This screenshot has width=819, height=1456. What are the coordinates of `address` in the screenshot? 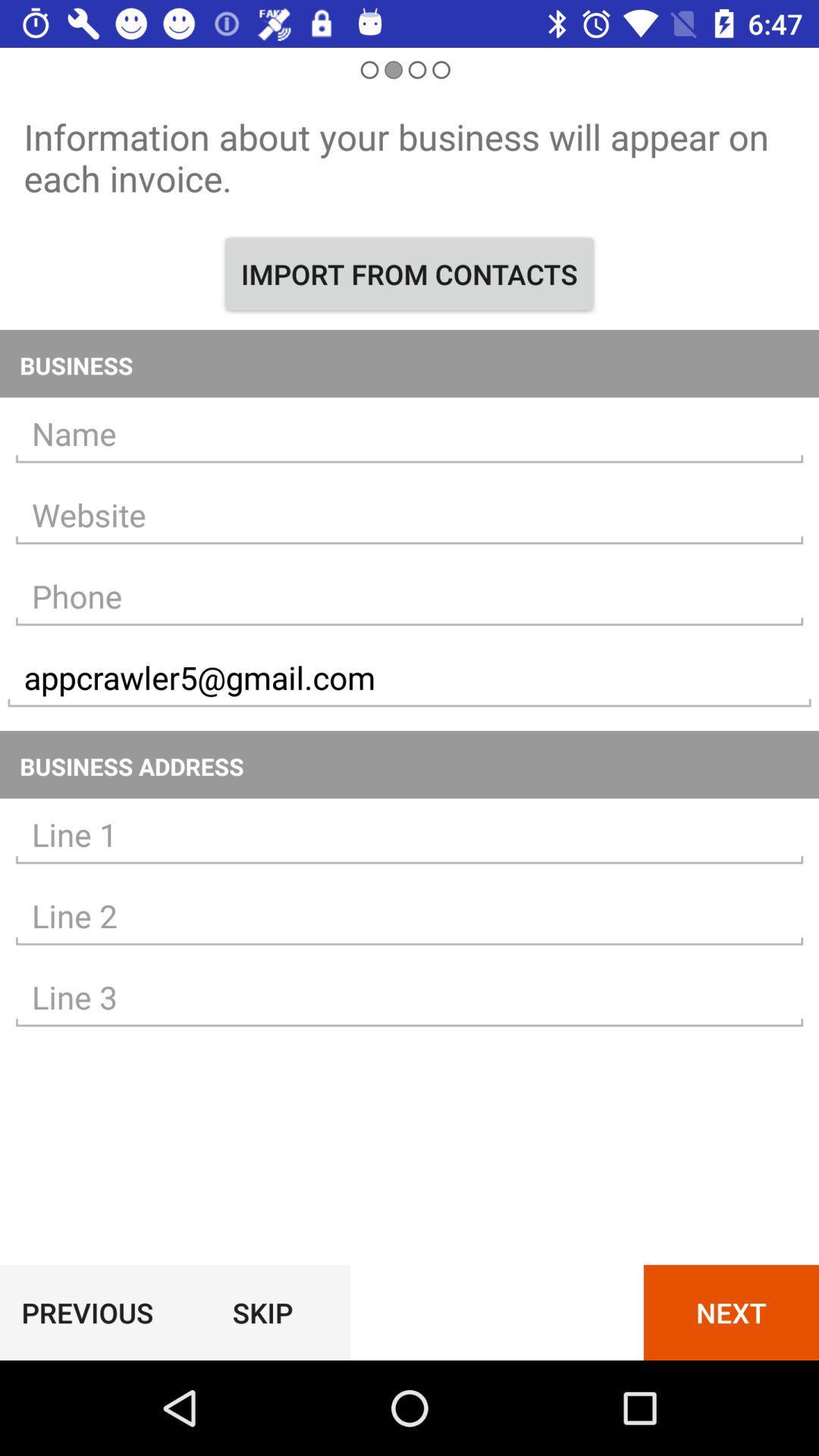 It's located at (409, 915).